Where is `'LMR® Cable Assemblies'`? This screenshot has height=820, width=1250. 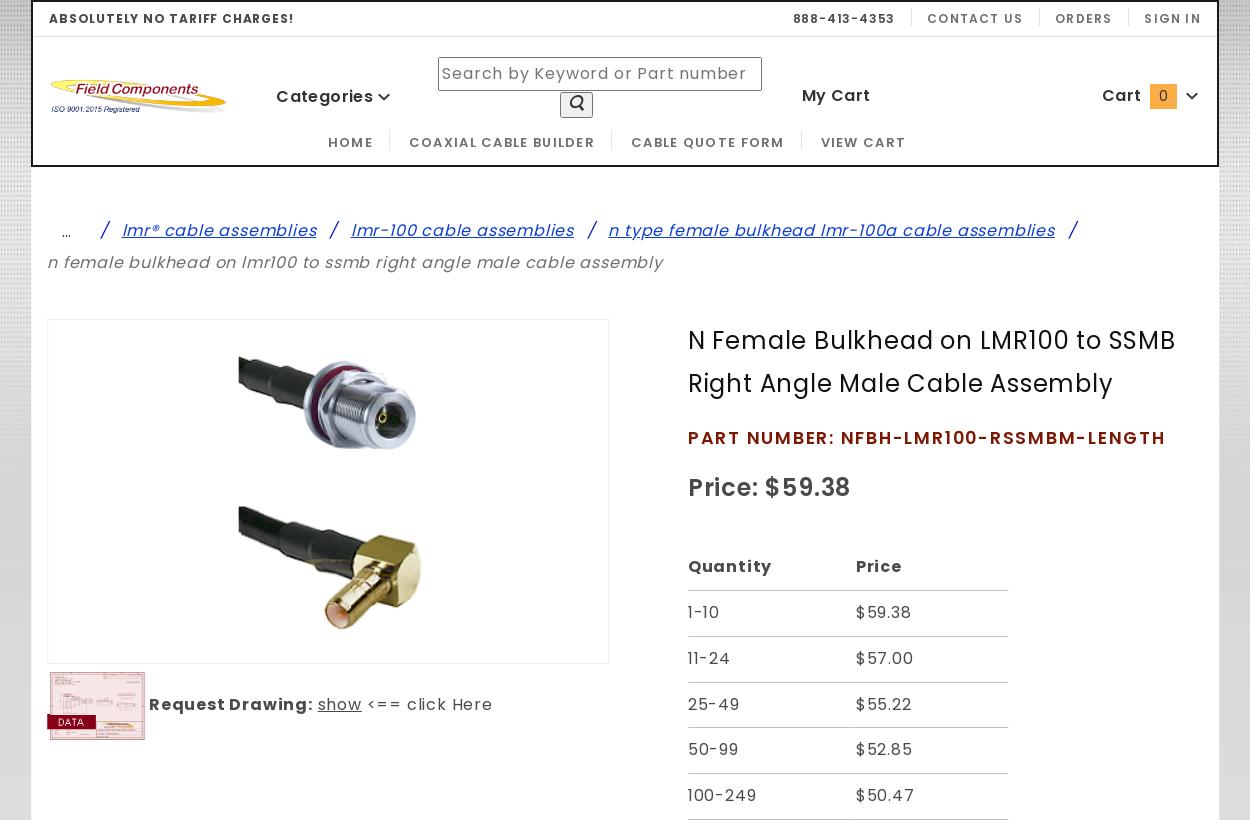 'LMR® Cable Assemblies' is located at coordinates (217, 228).